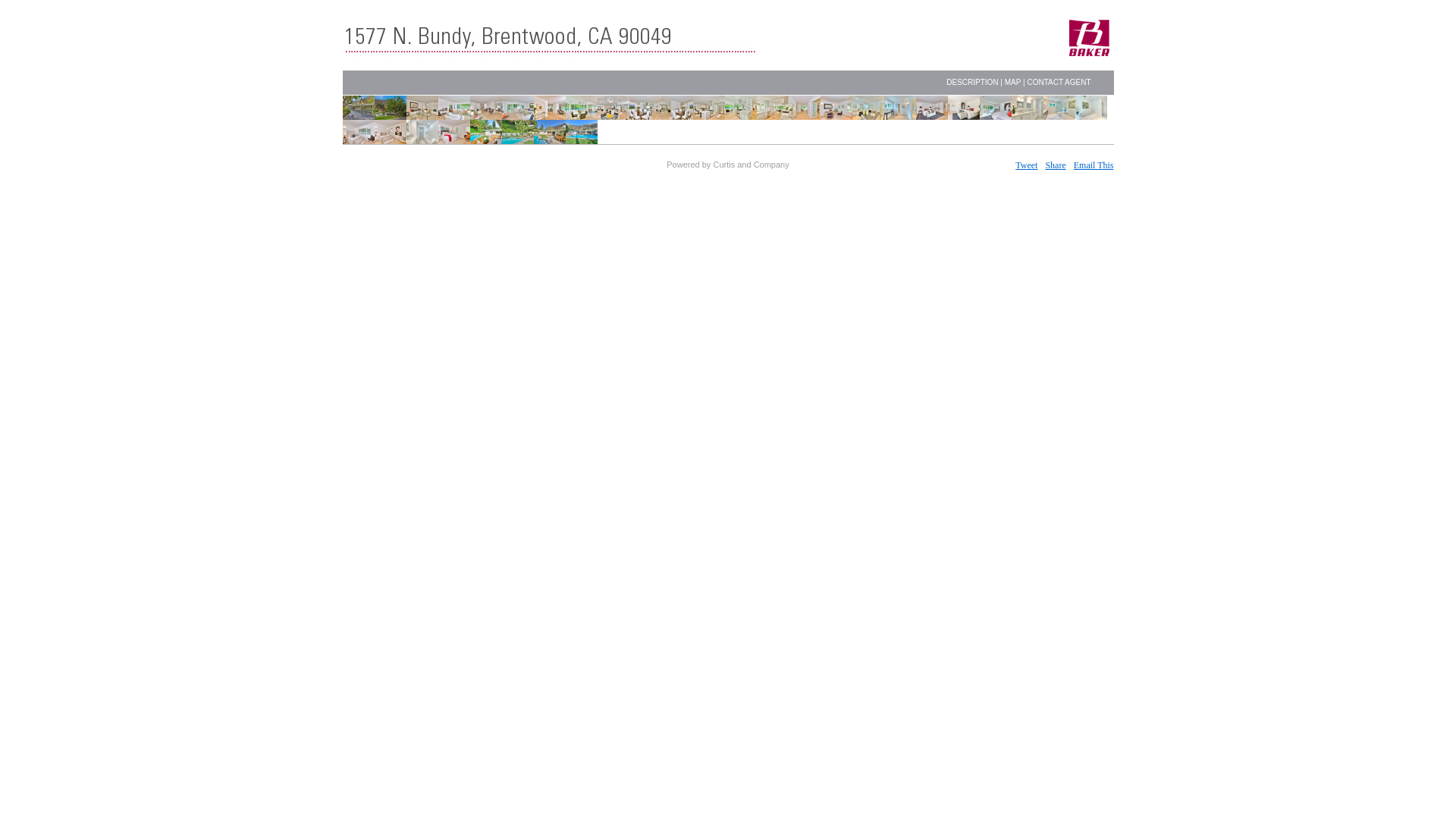 This screenshot has width=1456, height=819. I want to click on 'CONTACT AGENT', so click(1058, 82).